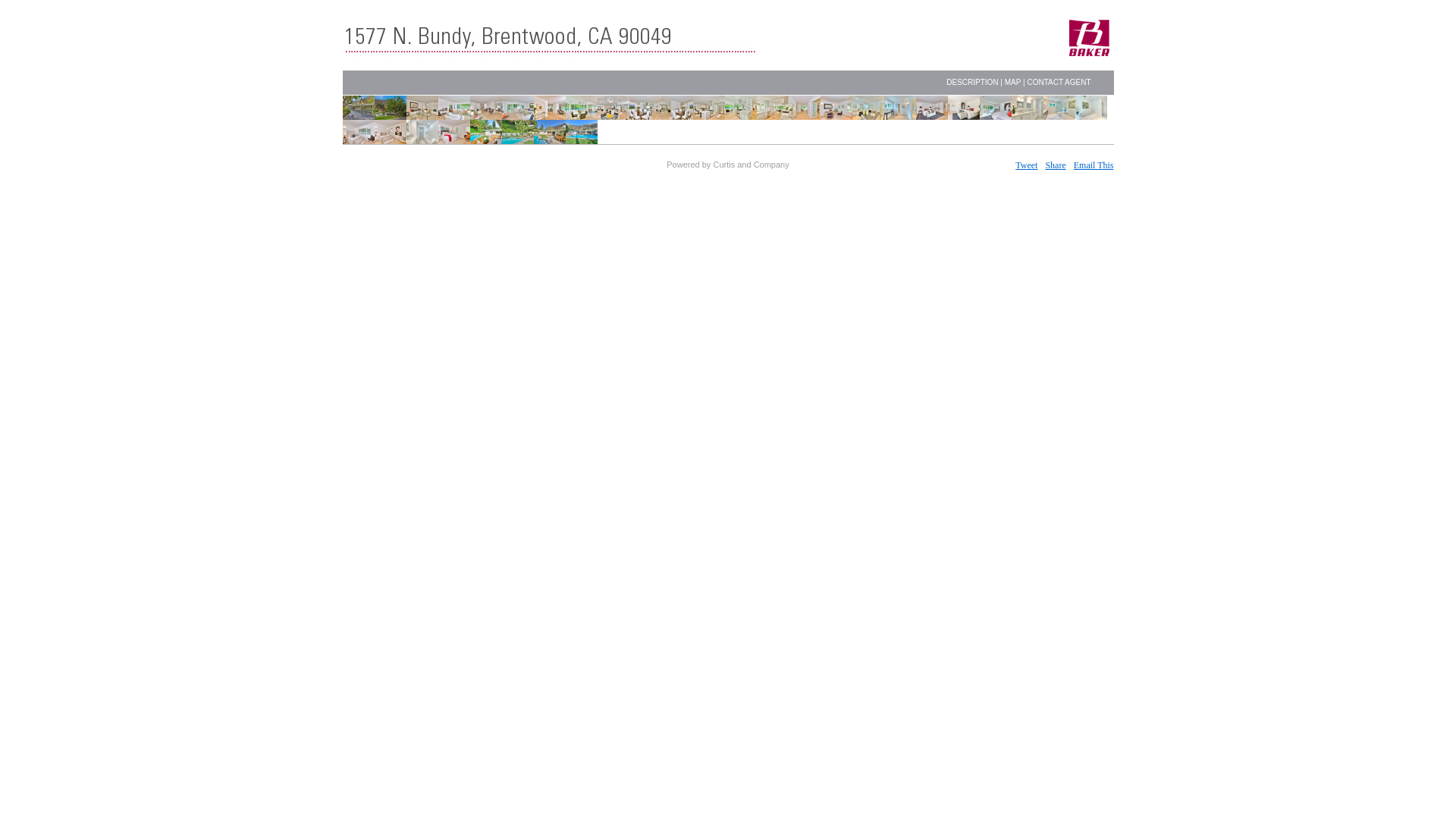 This screenshot has width=1456, height=819. I want to click on 'CONTACT AGENT', so click(1058, 82).